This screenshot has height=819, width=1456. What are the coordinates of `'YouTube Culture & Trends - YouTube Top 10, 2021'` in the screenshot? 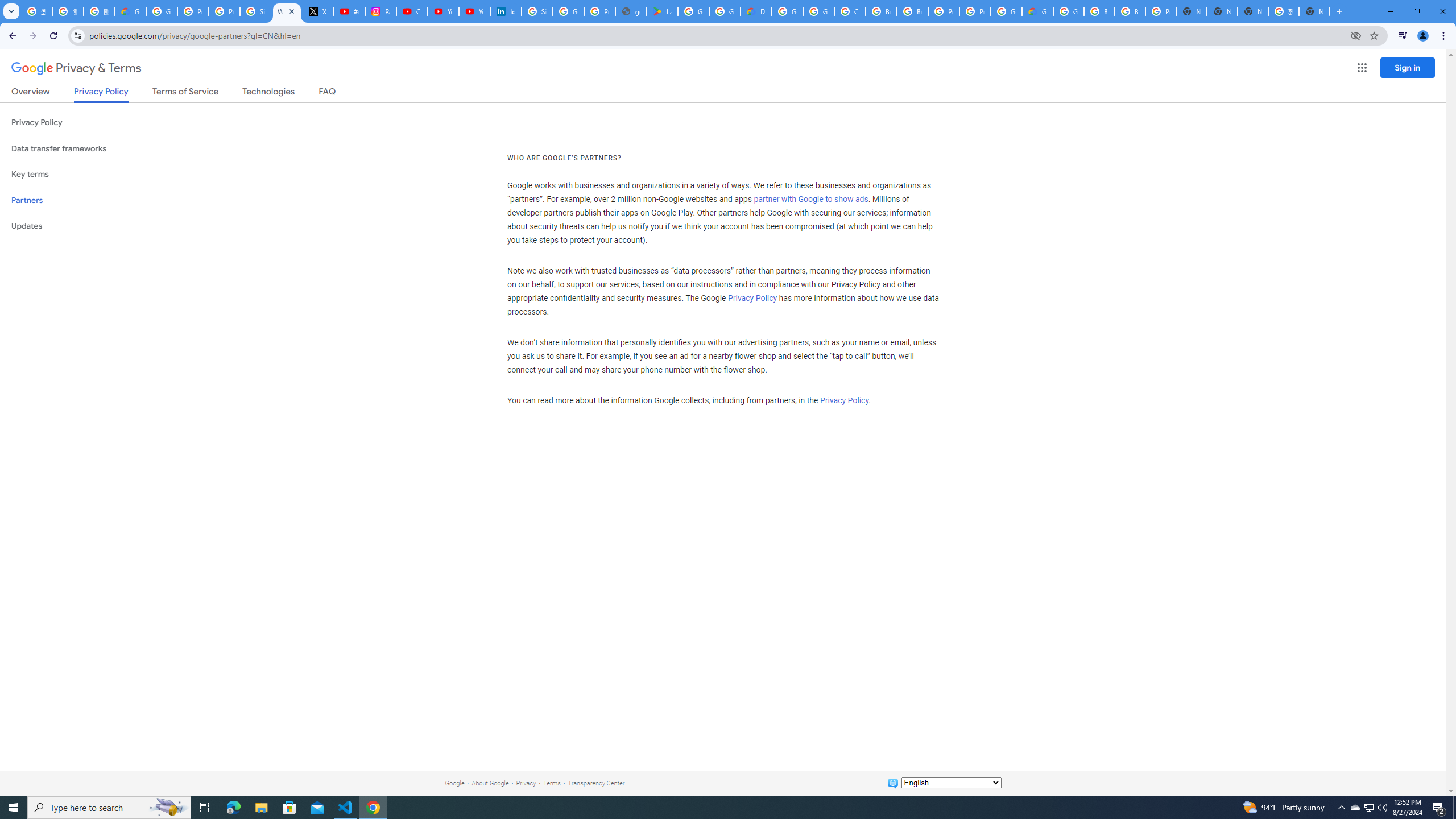 It's located at (474, 11).